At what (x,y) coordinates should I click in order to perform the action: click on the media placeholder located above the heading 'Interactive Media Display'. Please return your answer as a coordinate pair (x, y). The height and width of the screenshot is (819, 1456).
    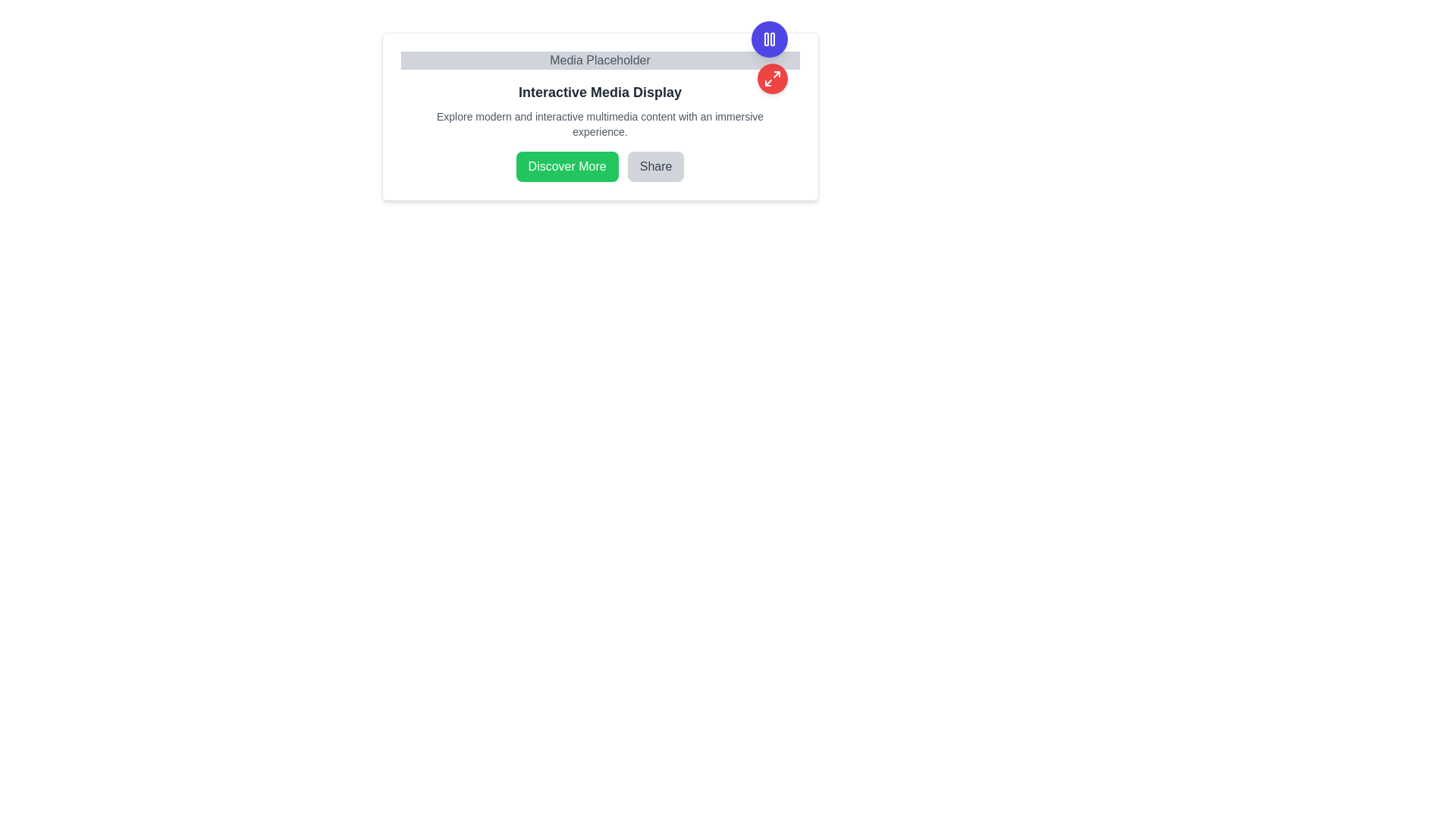
    Looking at the image, I should click on (599, 60).